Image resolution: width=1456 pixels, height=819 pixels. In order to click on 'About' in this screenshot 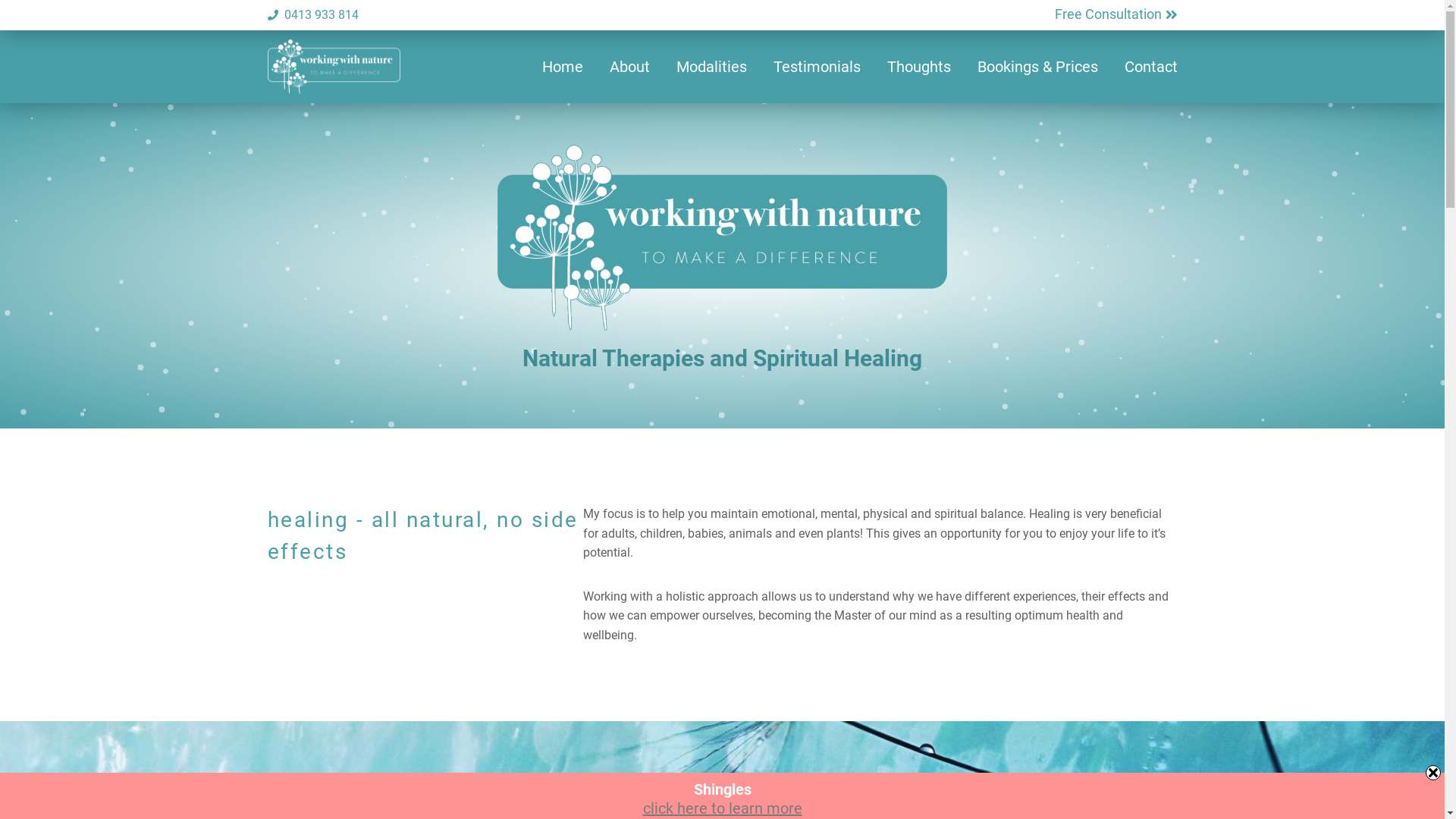, I will do `click(629, 66)`.